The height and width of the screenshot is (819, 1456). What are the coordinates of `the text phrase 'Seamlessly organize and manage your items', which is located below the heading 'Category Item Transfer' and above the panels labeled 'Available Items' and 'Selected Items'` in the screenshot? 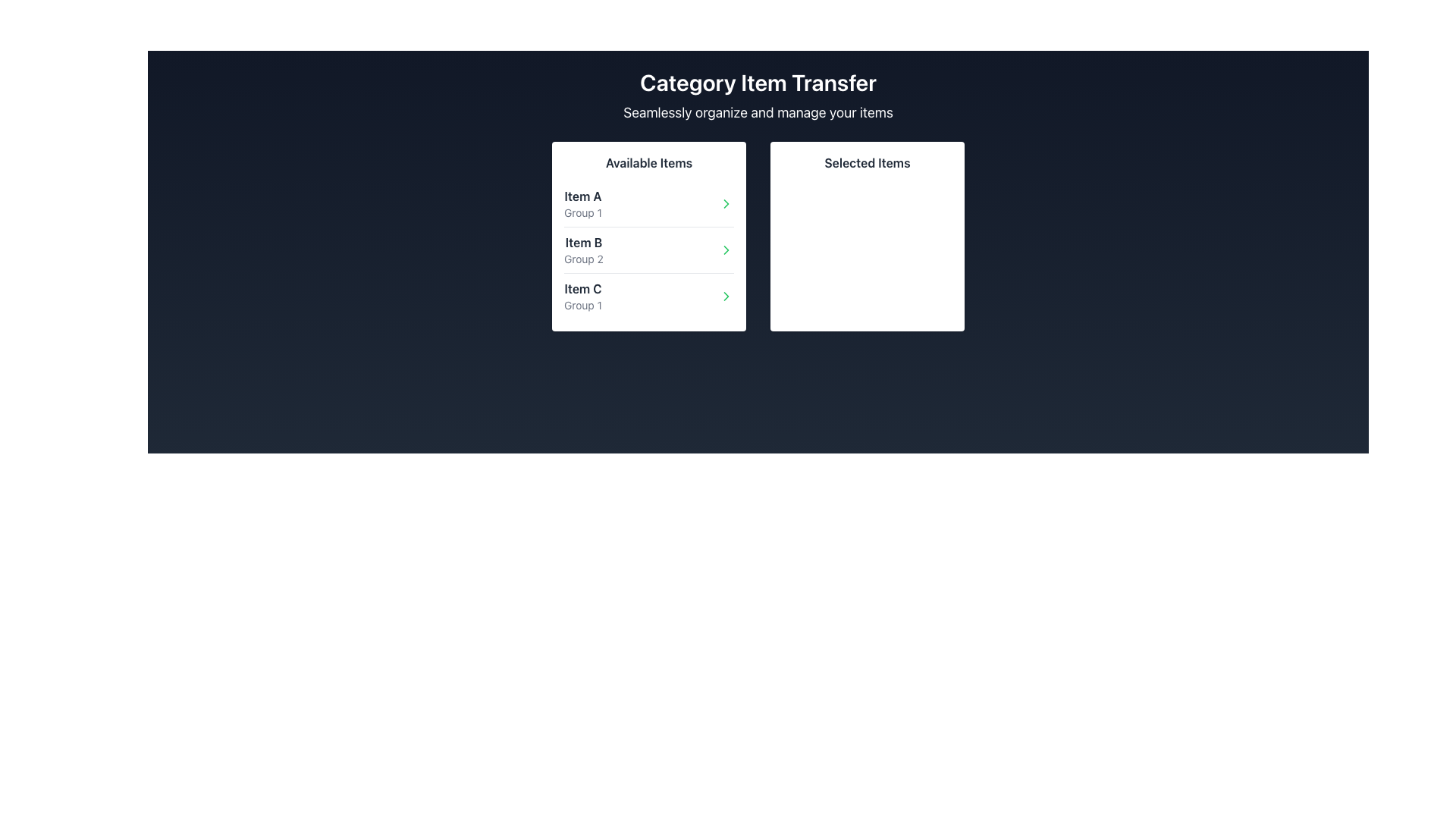 It's located at (758, 112).